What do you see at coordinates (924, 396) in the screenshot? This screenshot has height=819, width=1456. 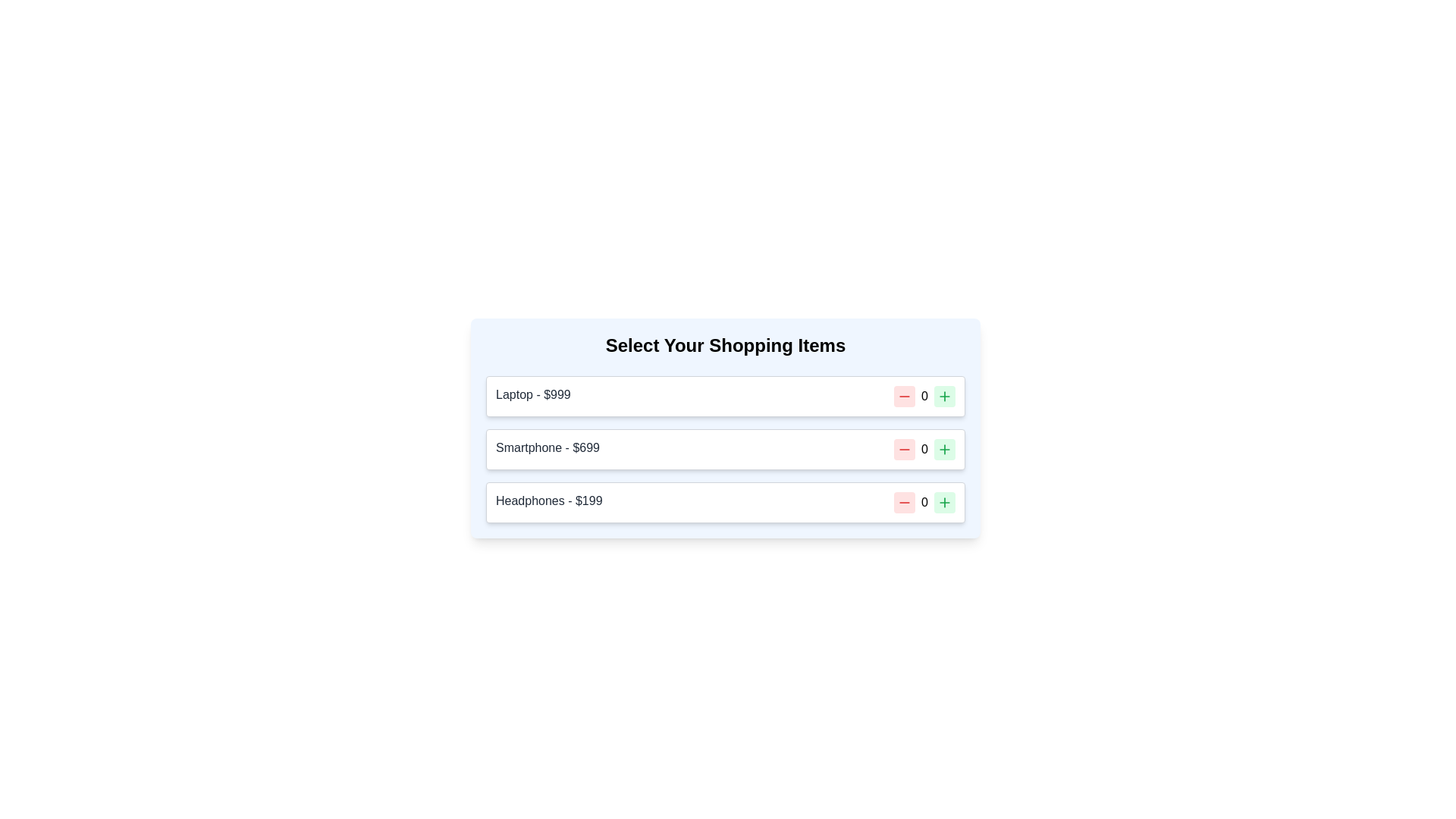 I see `the numeric text label displaying the value '0', which is located between a red icon on the left and a green icon on the right` at bounding box center [924, 396].